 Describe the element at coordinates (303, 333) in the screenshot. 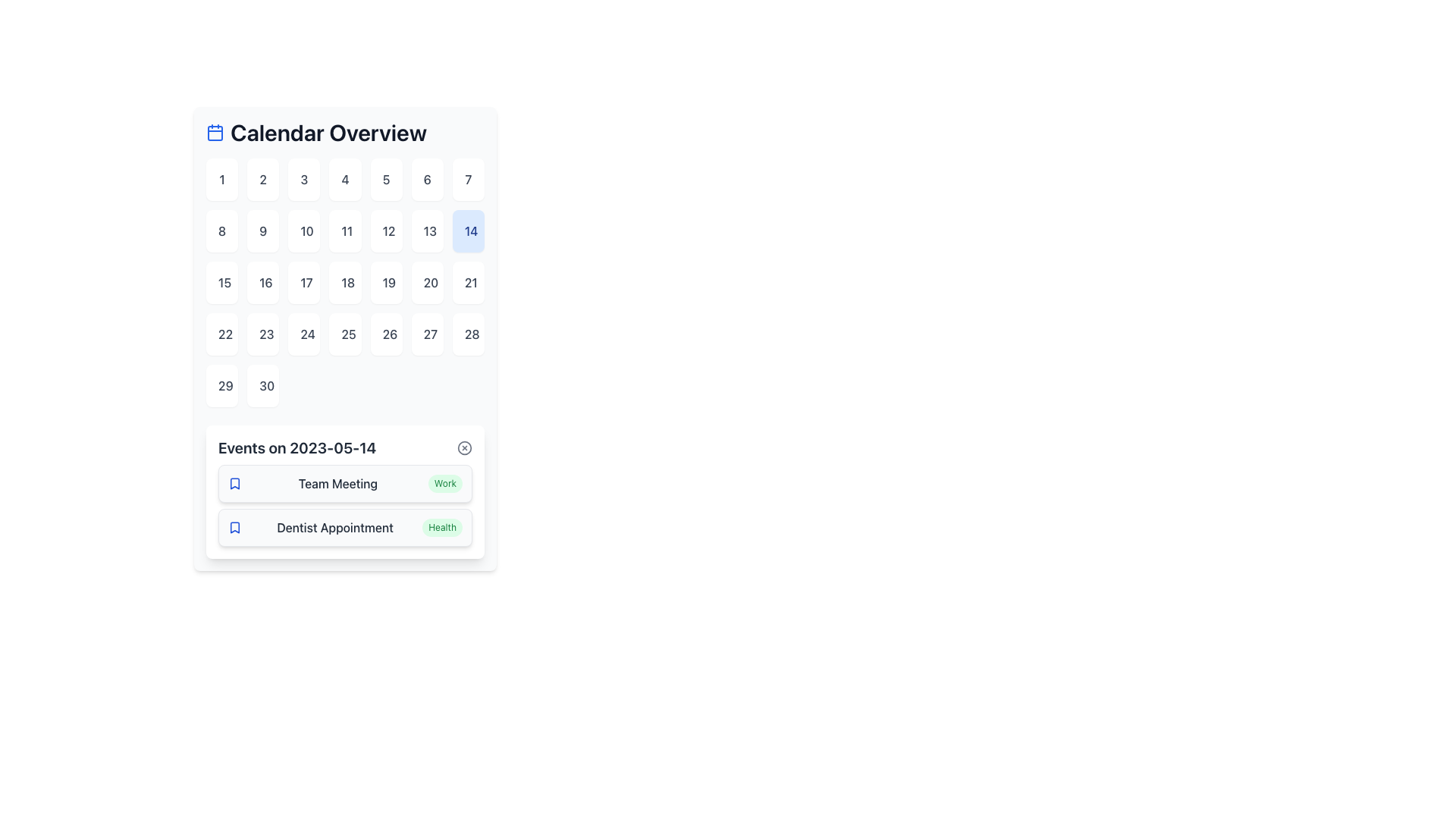

I see `the square button labeled '24' in the calendar view` at that location.